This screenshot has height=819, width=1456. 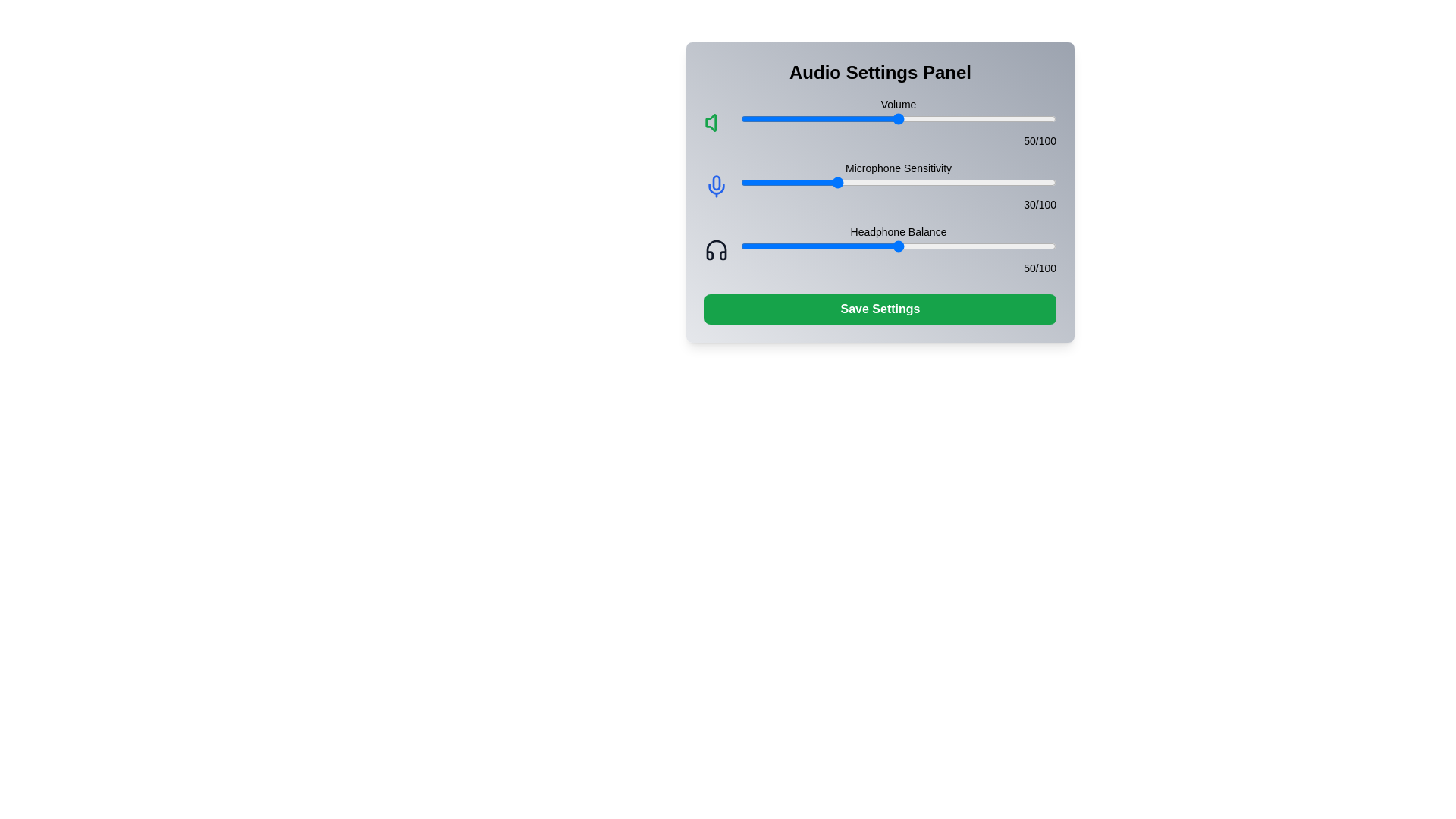 I want to click on microphone sensitivity, so click(x=818, y=181).